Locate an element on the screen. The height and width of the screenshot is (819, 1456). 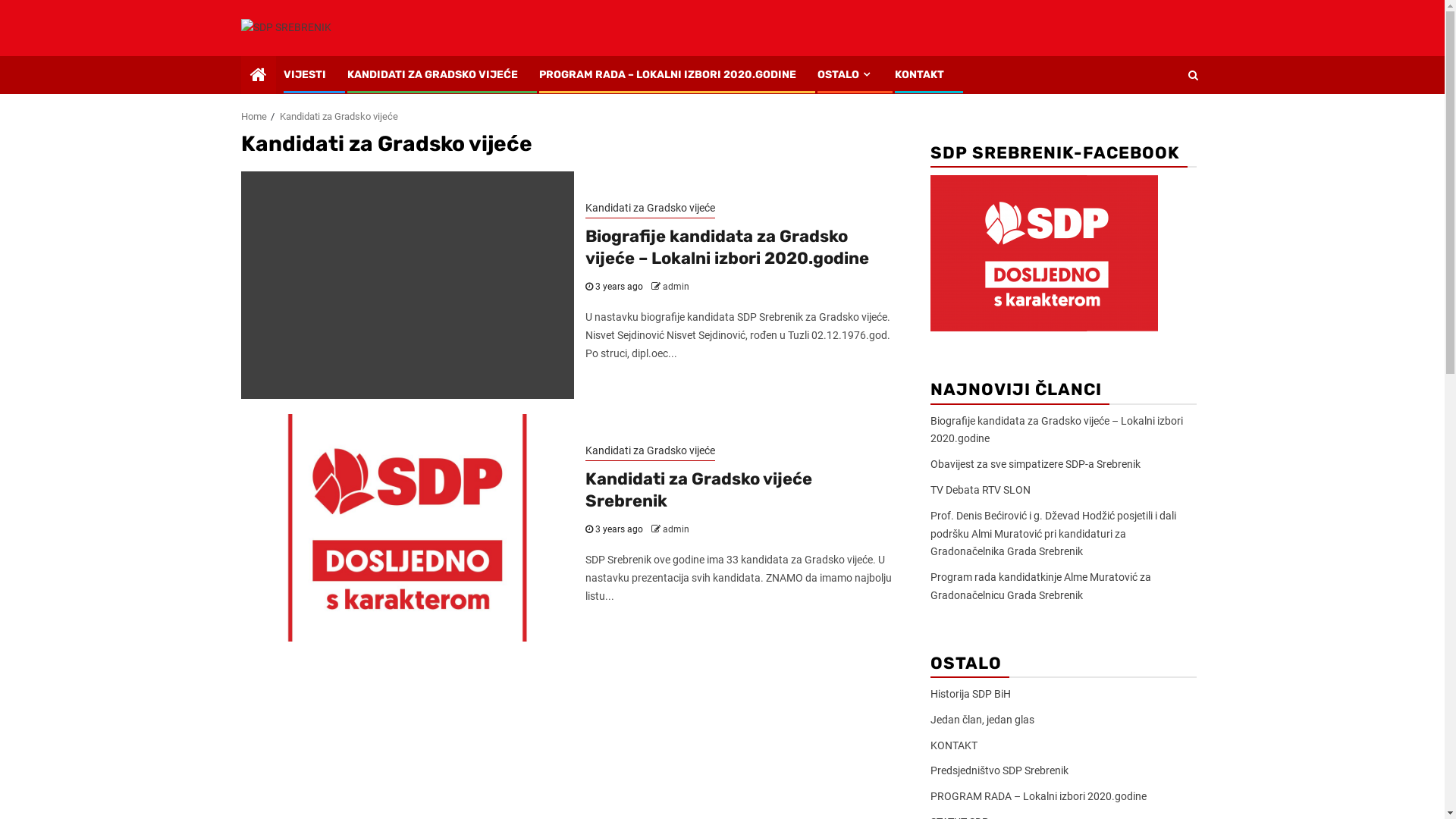
'VIJESTI' is located at coordinates (304, 74).